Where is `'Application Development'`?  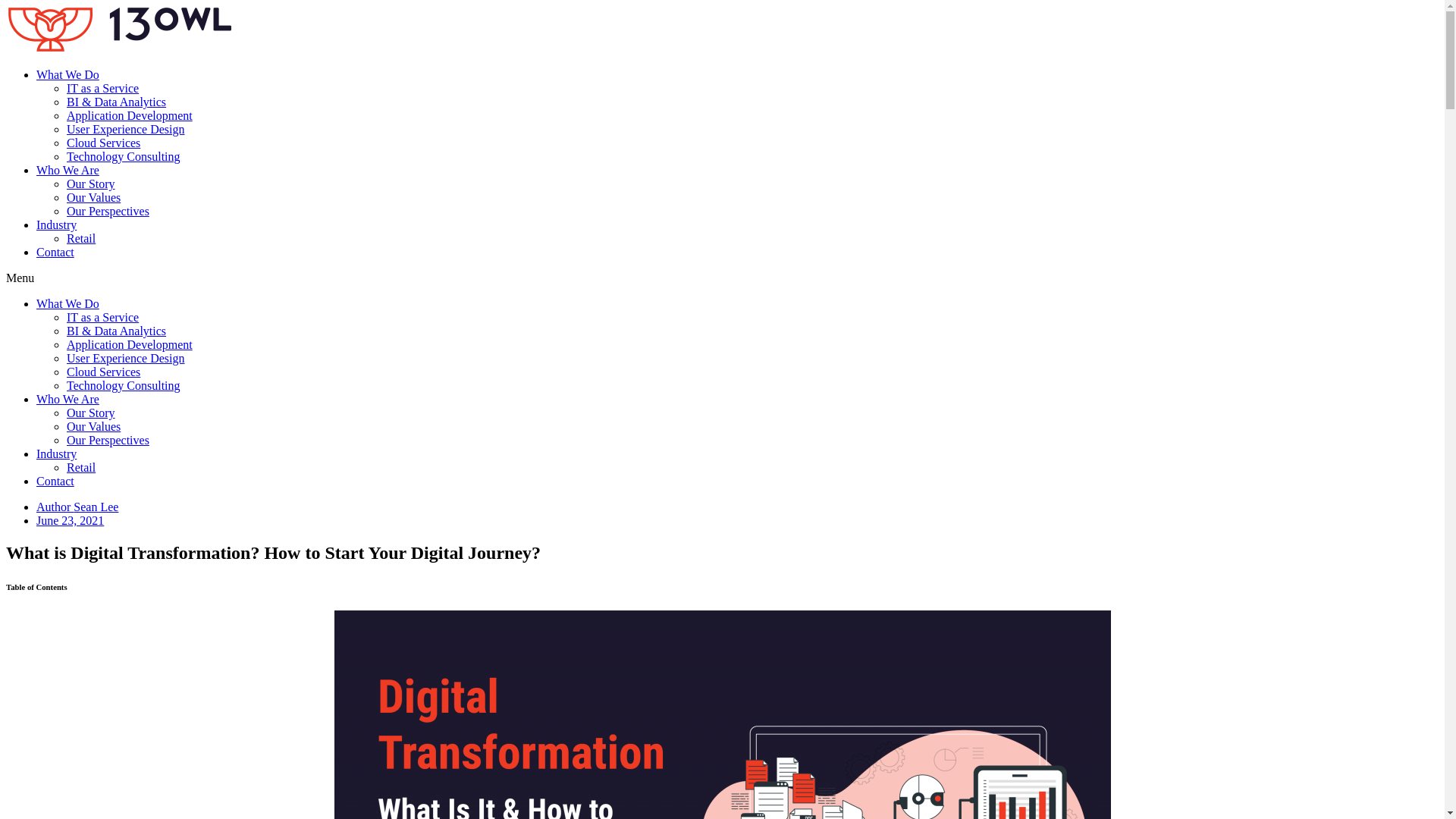 'Application Development' is located at coordinates (130, 115).